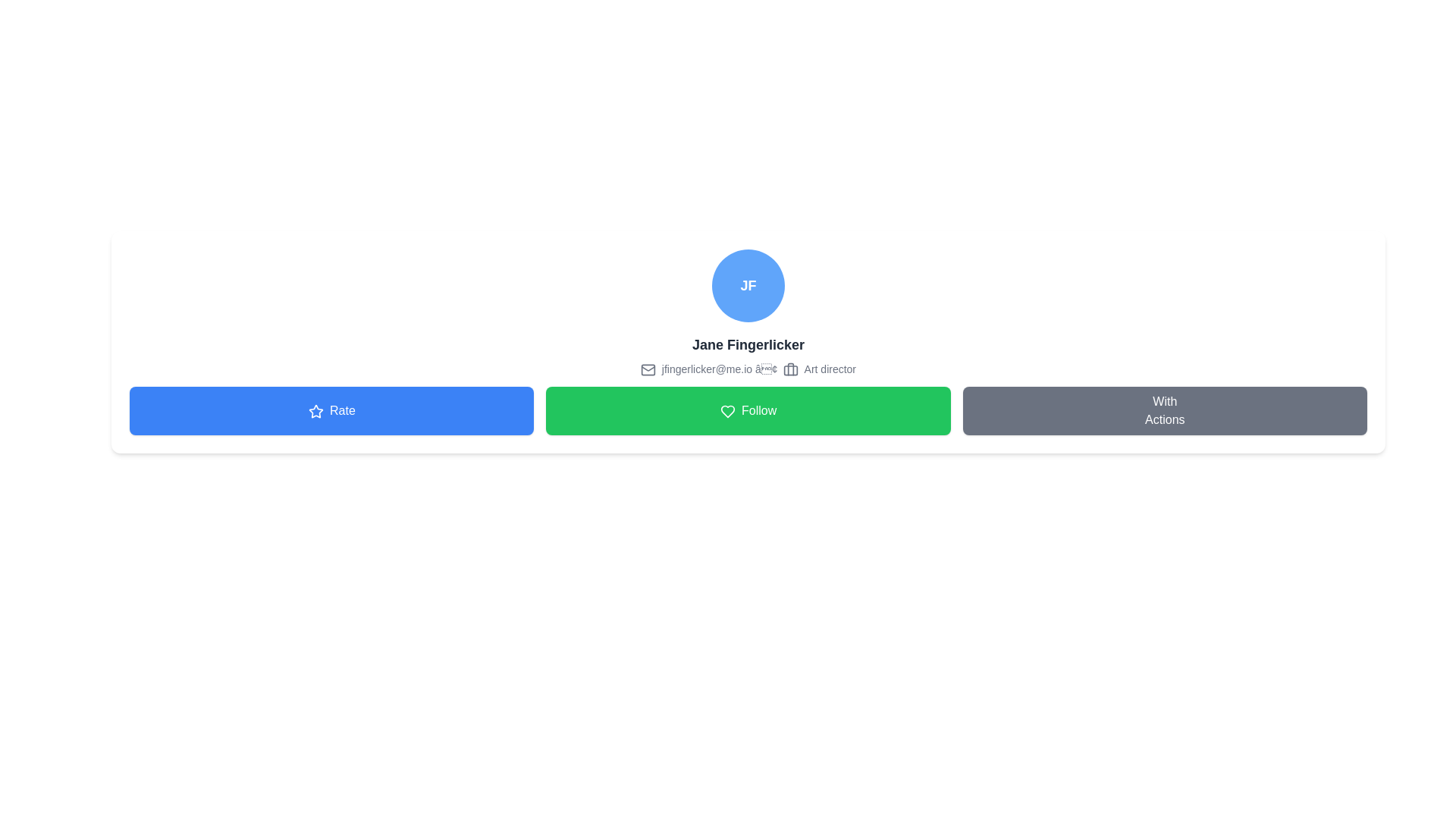 The width and height of the screenshot is (1456, 819). I want to click on the button labeled 'With Actions', which is the third button in a horizontal layout, positioned to the right of 'Rate' and 'Follow', so click(1164, 411).